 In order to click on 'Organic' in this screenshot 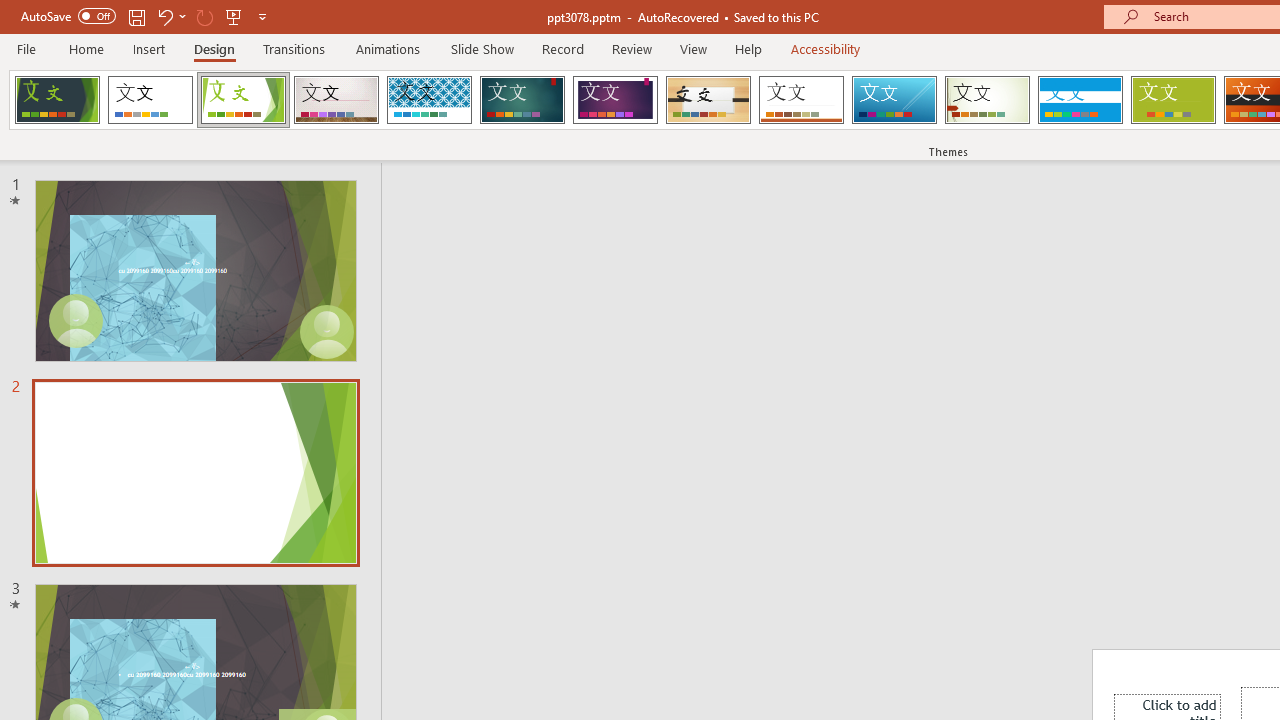, I will do `click(708, 100)`.